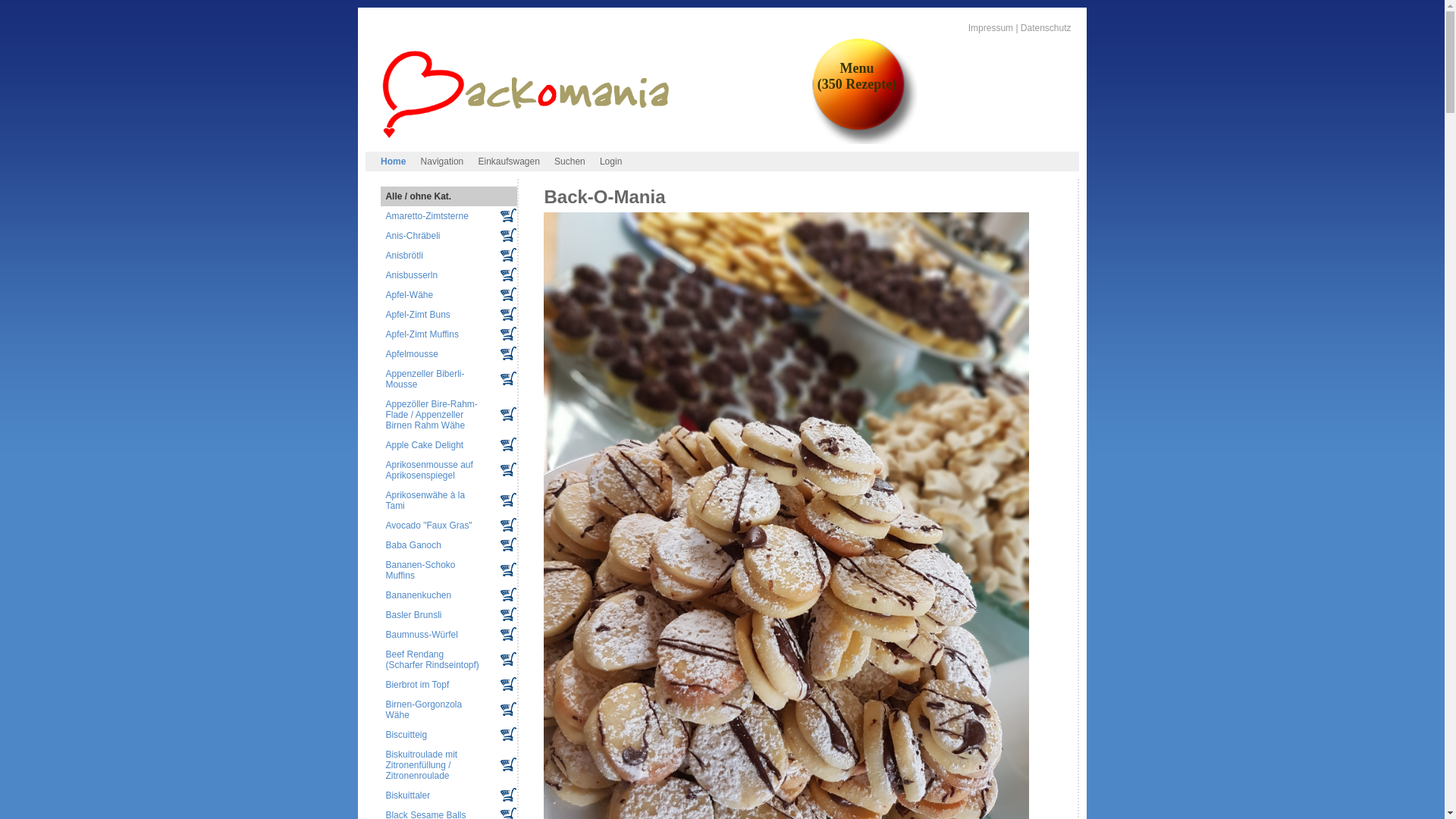 Image resolution: width=1456 pixels, height=819 pixels. I want to click on 'Datenschutz', so click(1045, 28).